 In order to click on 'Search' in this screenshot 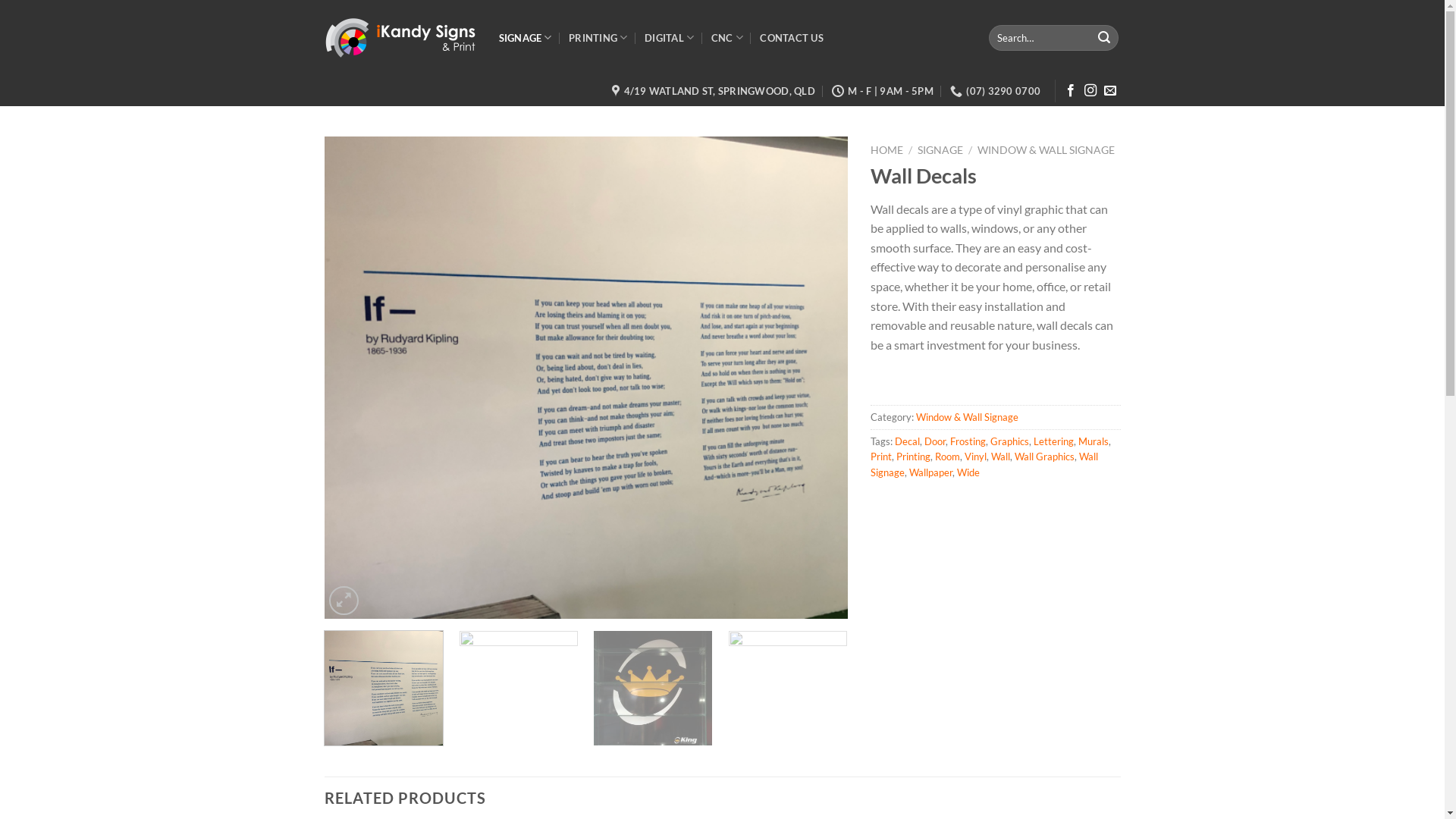, I will do `click(1090, 37)`.